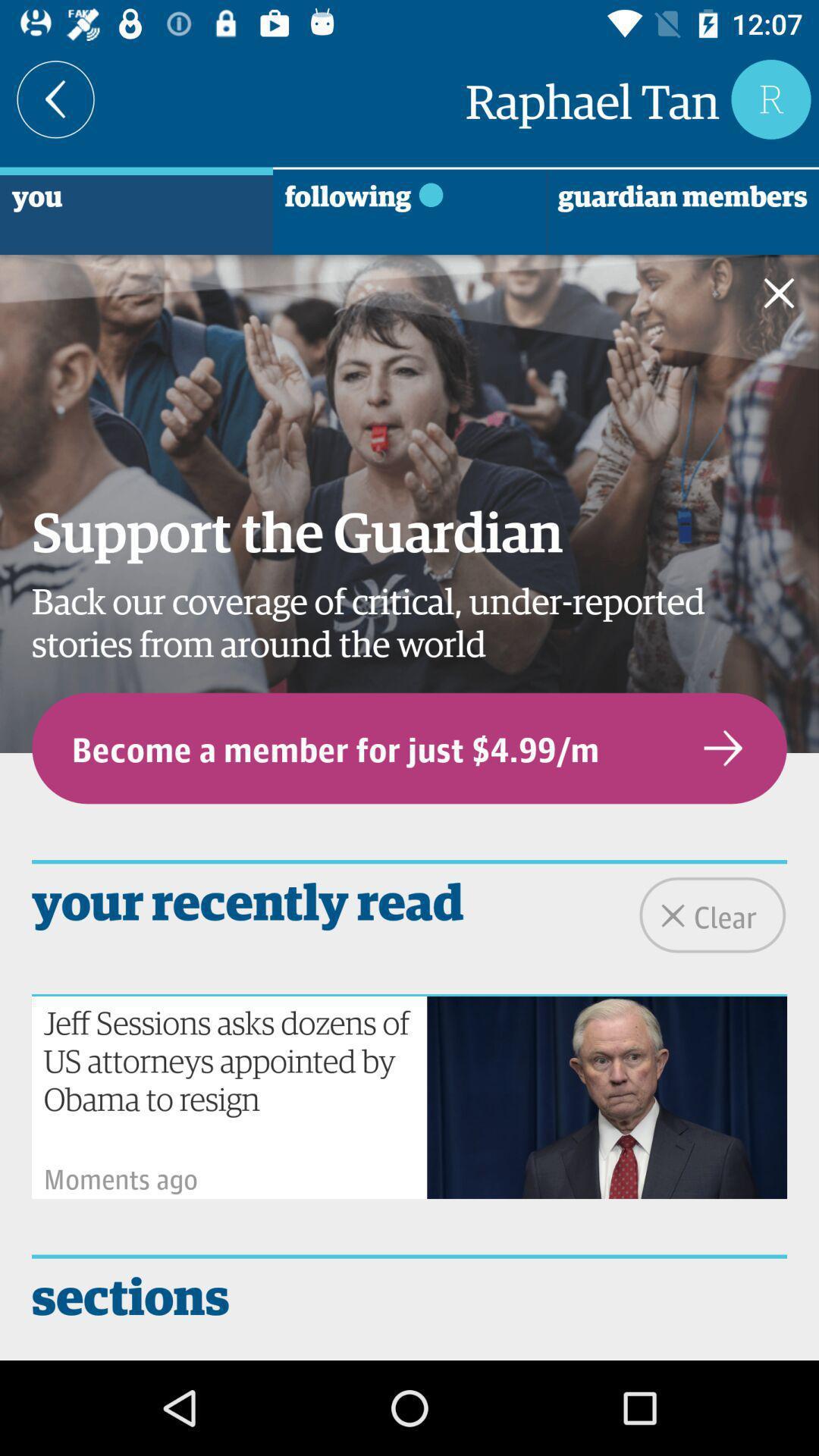 This screenshot has height=1456, width=819. Describe the element at coordinates (55, 99) in the screenshot. I see `icon to the left of raphael tan icon` at that location.